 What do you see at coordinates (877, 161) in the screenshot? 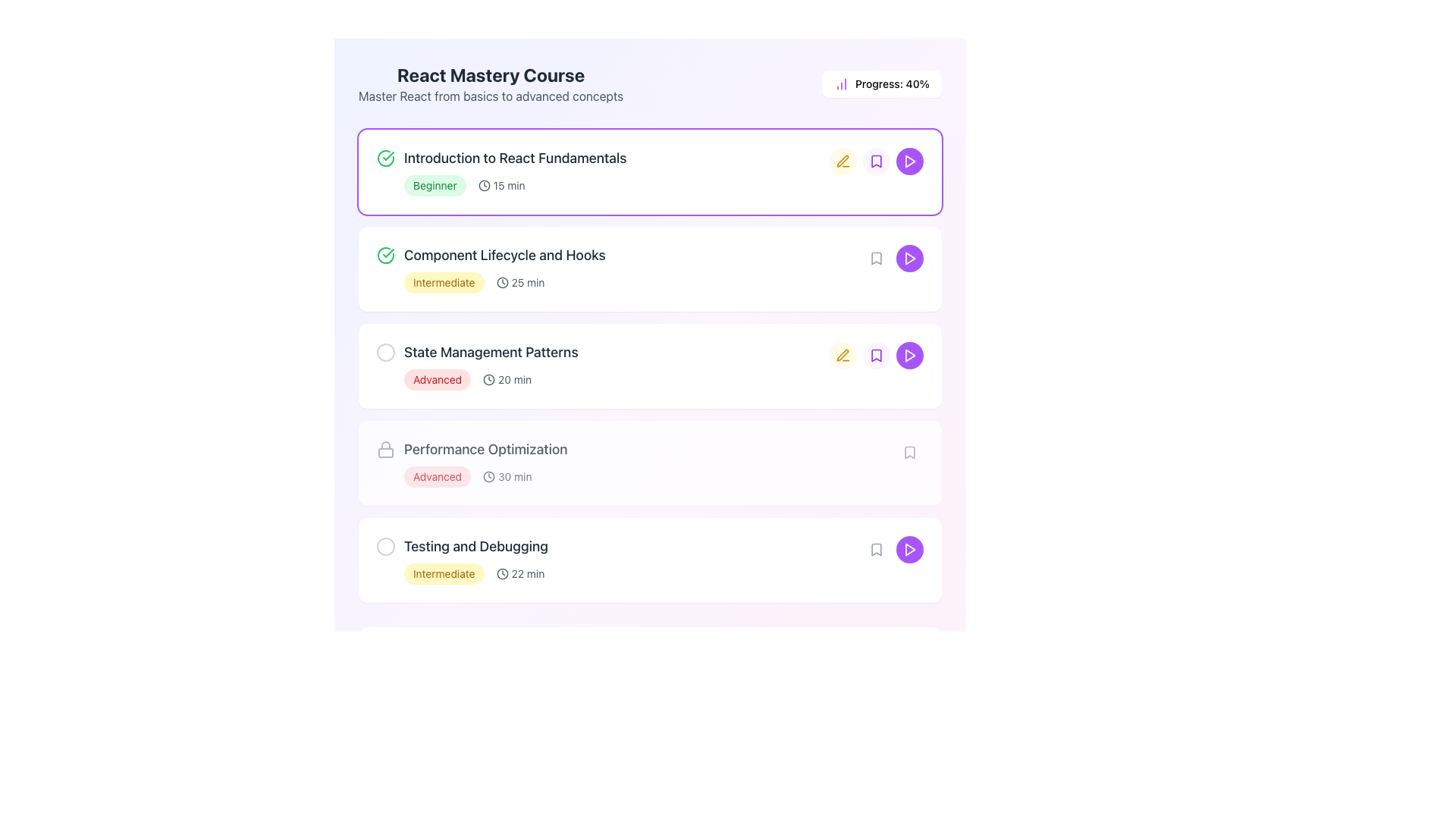
I see `the bookmark icon with a purple background and white outline located in the course item box for 'Introduction` at bounding box center [877, 161].